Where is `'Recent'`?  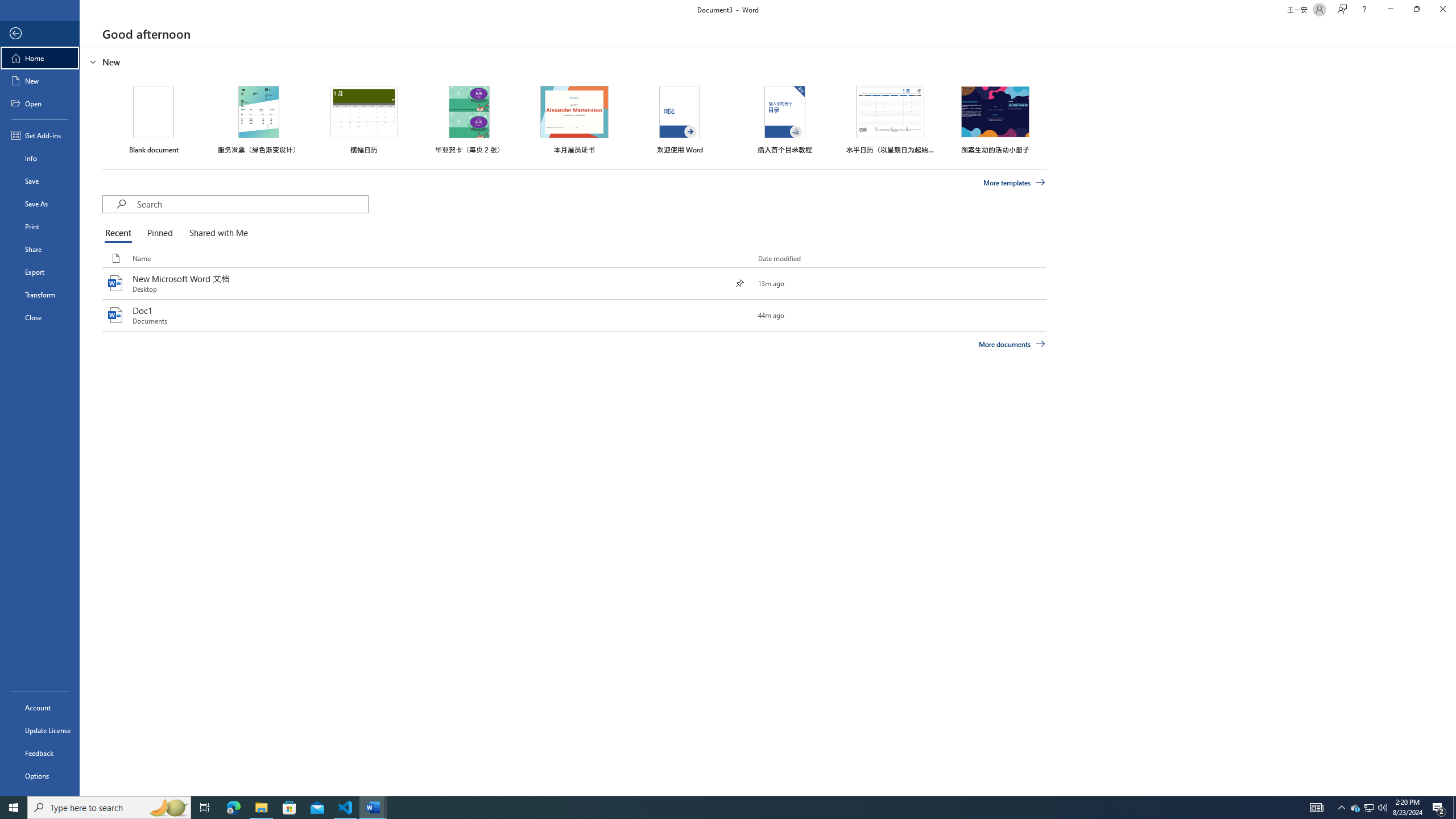 'Recent' is located at coordinates (120, 233).